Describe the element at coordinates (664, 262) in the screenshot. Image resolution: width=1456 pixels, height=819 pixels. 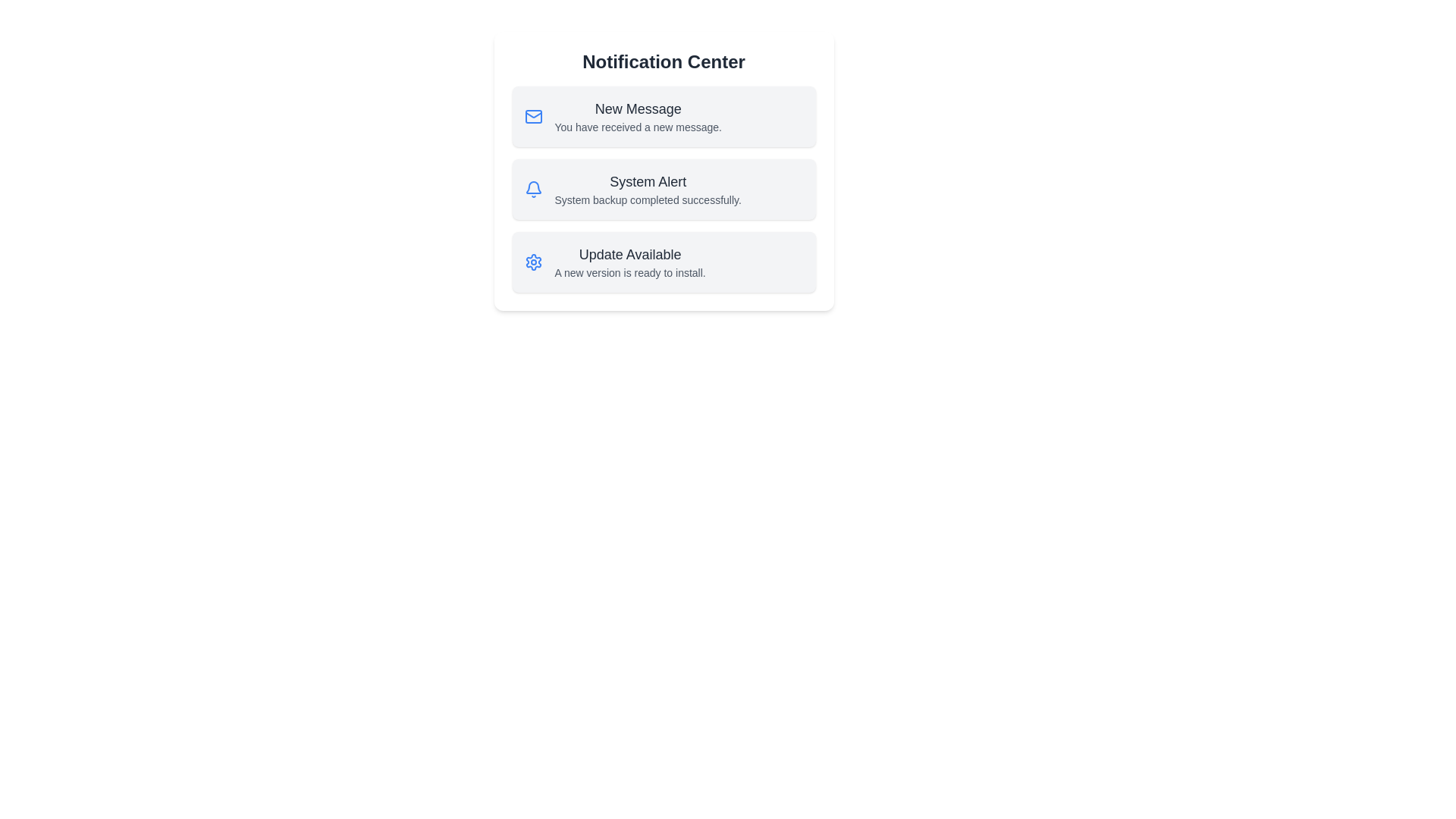
I see `the Notification box to acknowledge or access details about the available update` at that location.